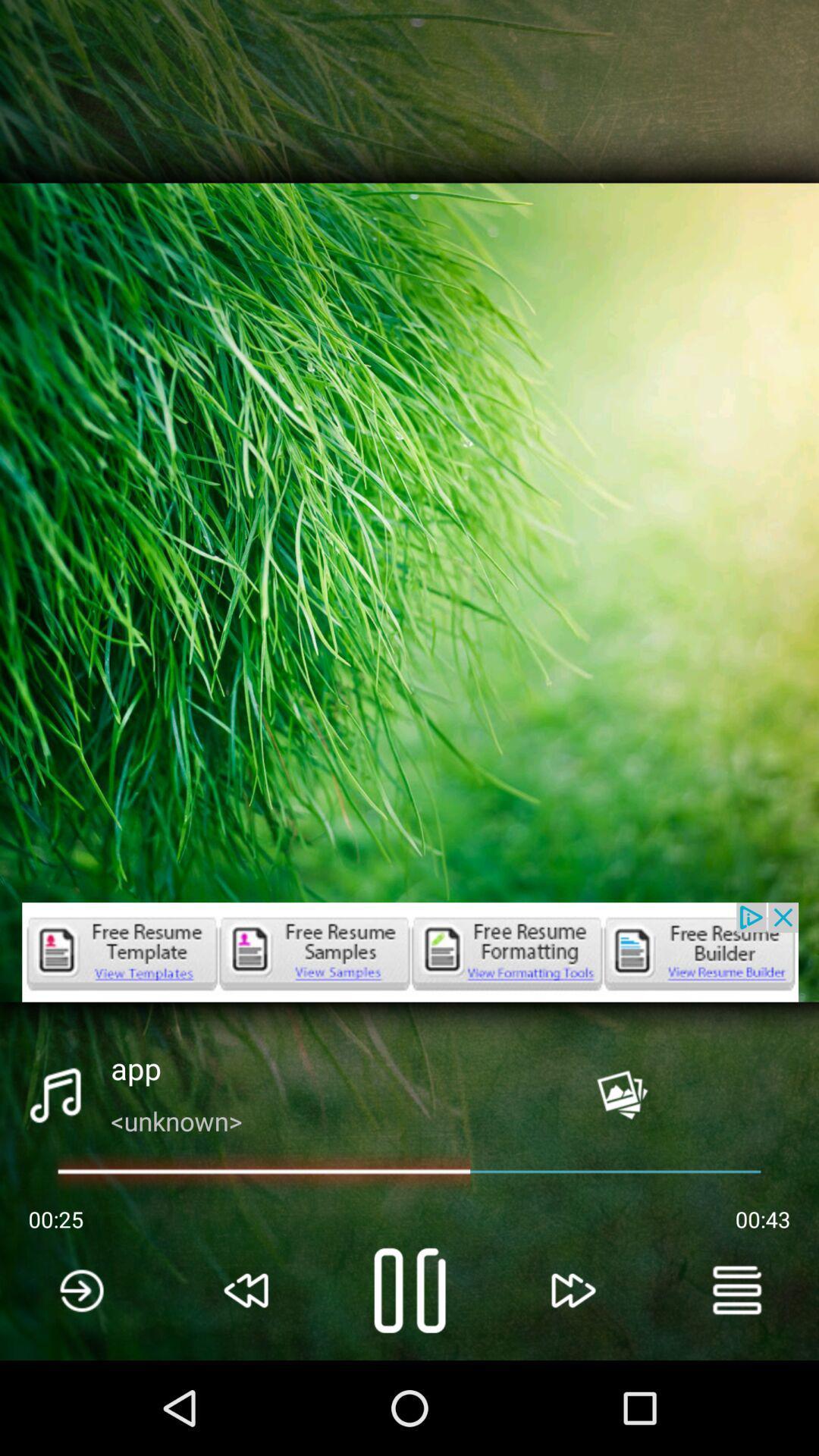 The image size is (819, 1456). Describe the element at coordinates (736, 1289) in the screenshot. I see `the menu icon` at that location.